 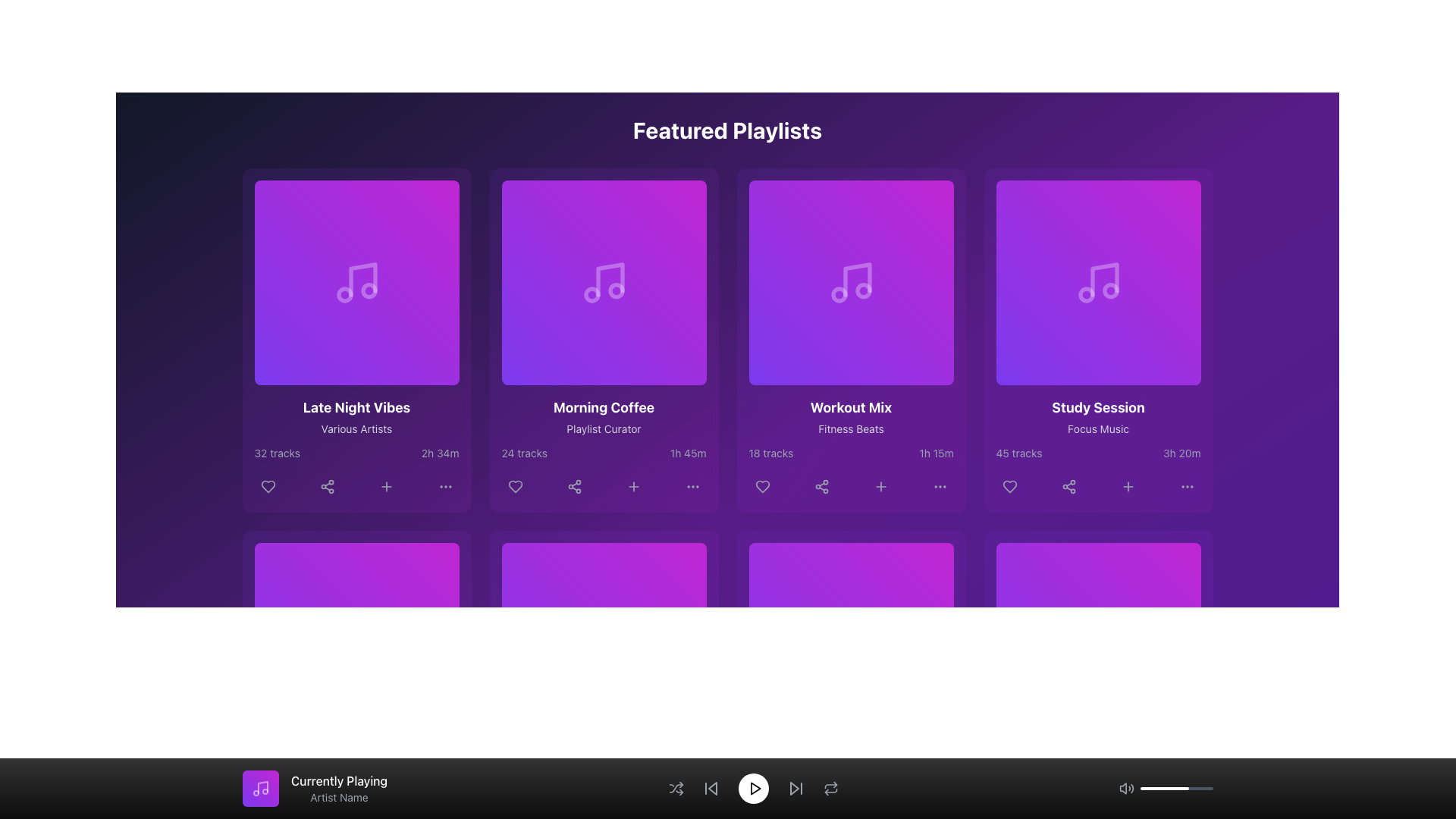 I want to click on the heart icon located in the action menu of the 'Workout Mix' playlist card to change its color, so click(x=762, y=486).